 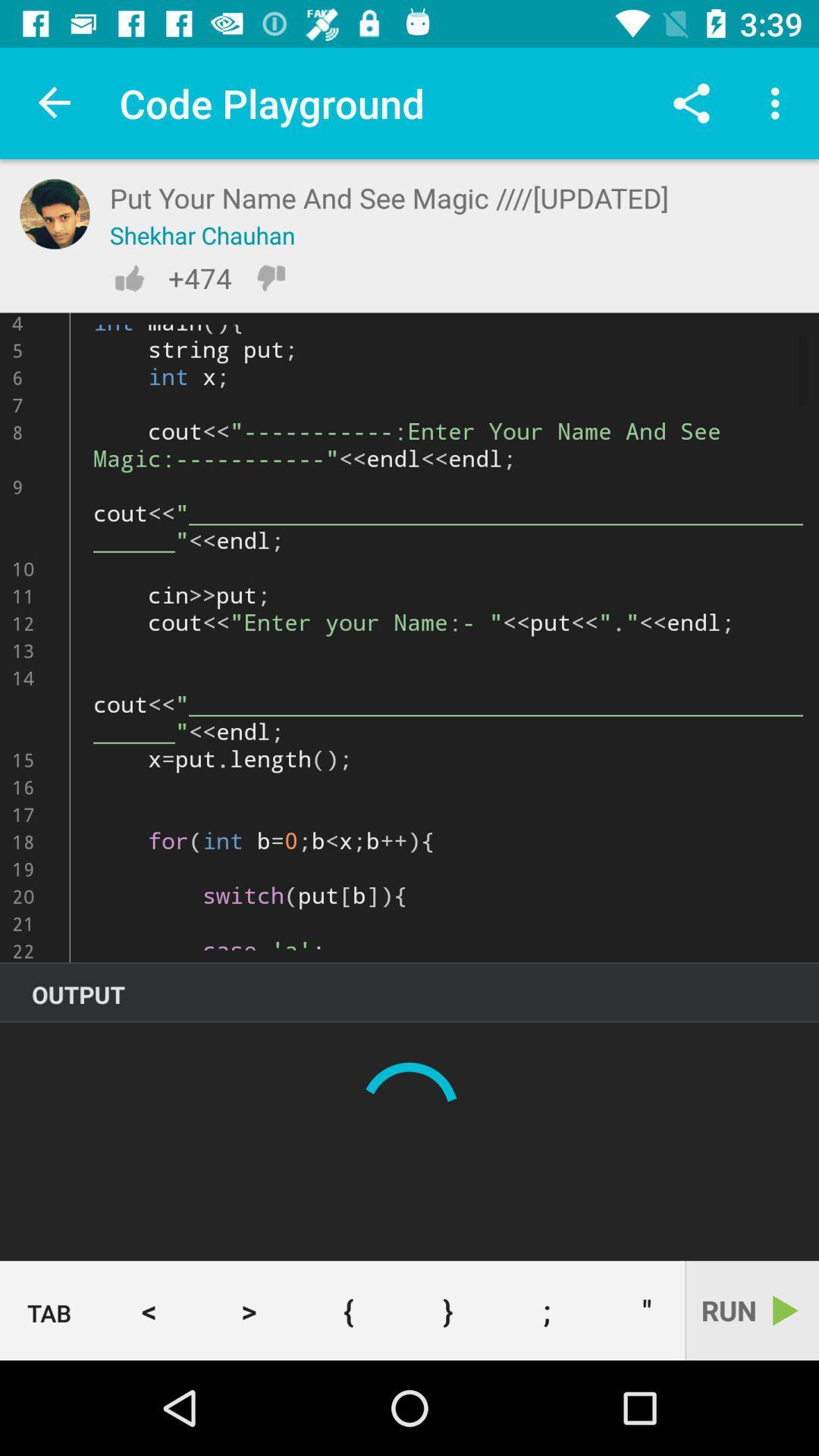 I want to click on dislike button, so click(x=270, y=278).